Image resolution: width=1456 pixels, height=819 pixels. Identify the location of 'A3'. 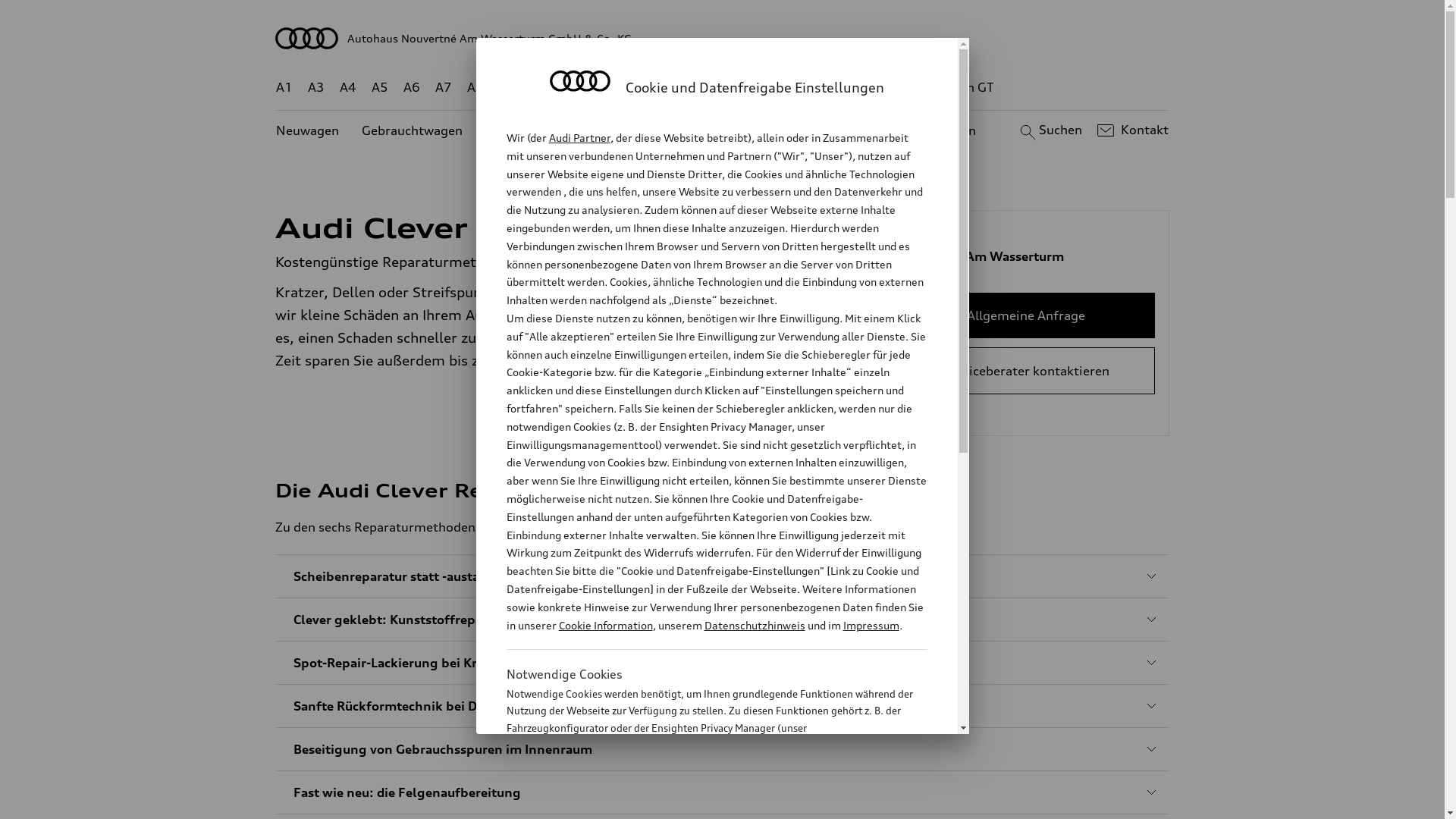
(315, 87).